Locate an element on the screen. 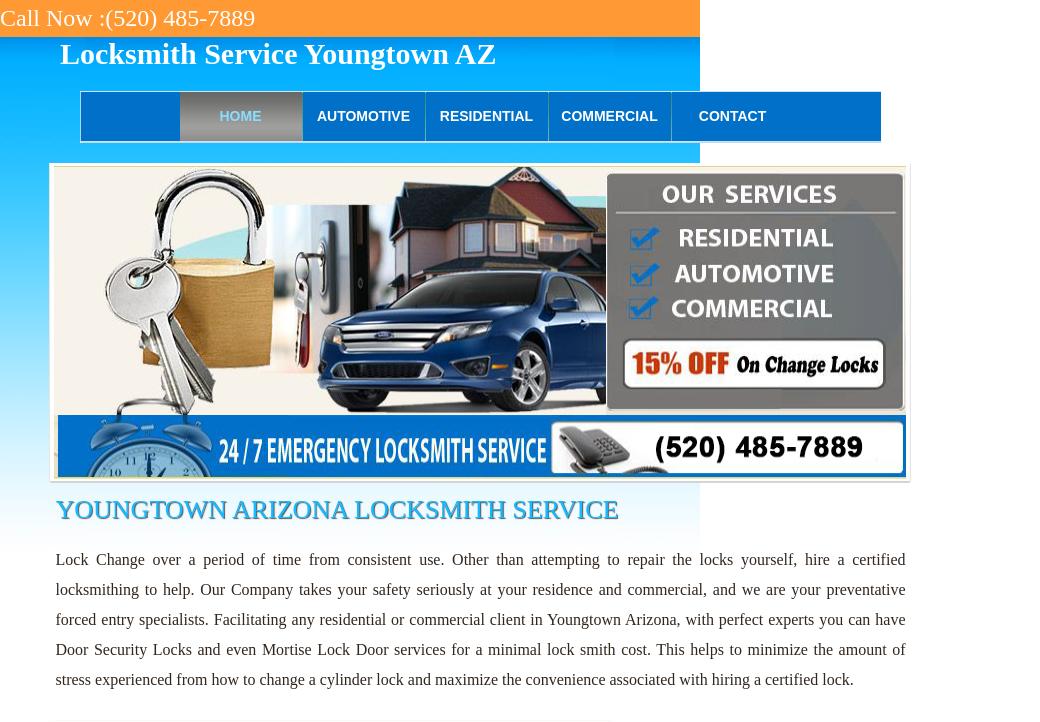 Image resolution: width=1040 pixels, height=722 pixels. 'Home' is located at coordinates (219, 115).